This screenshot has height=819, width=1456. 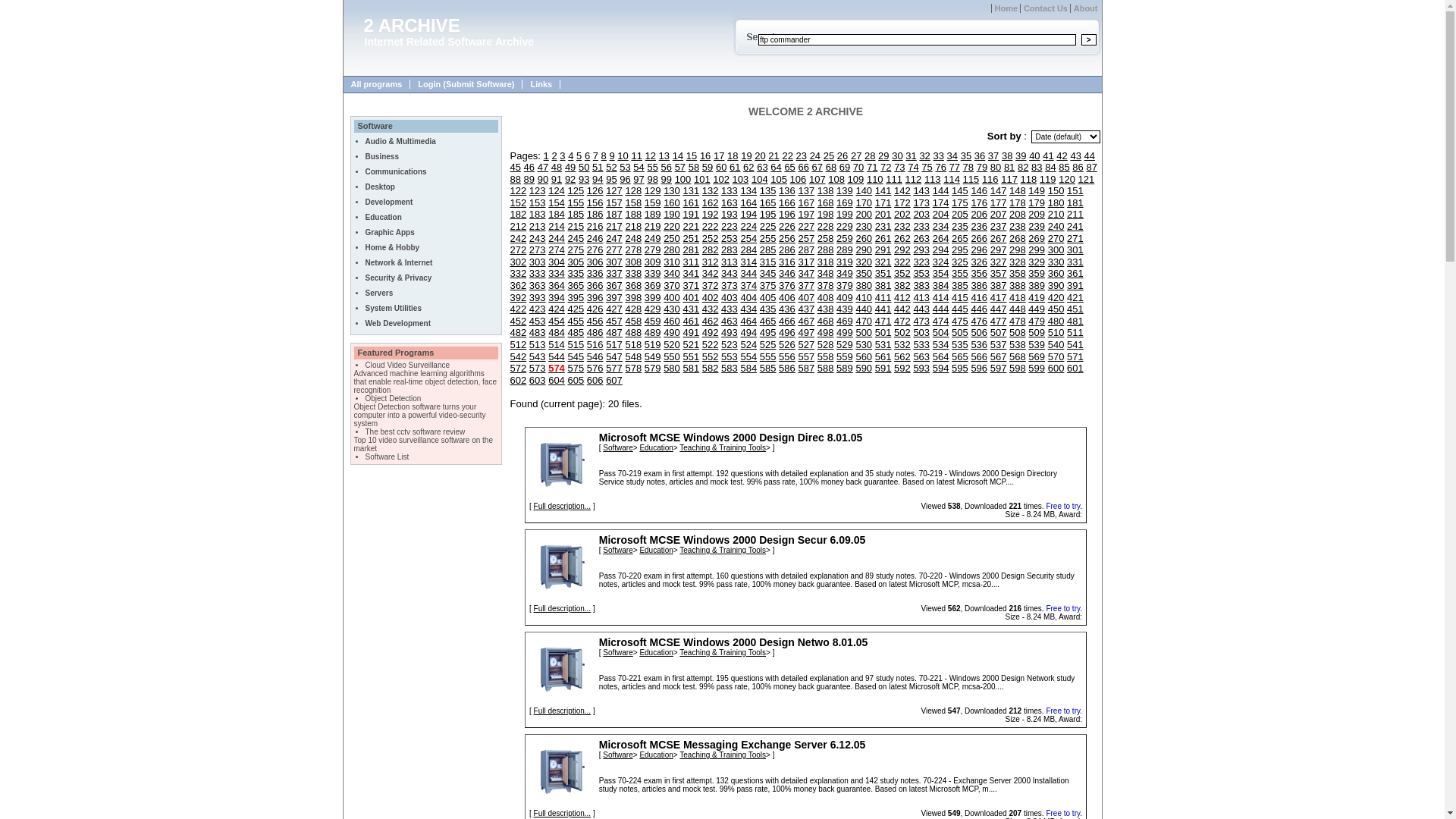 I want to click on '114', so click(x=942, y=178).